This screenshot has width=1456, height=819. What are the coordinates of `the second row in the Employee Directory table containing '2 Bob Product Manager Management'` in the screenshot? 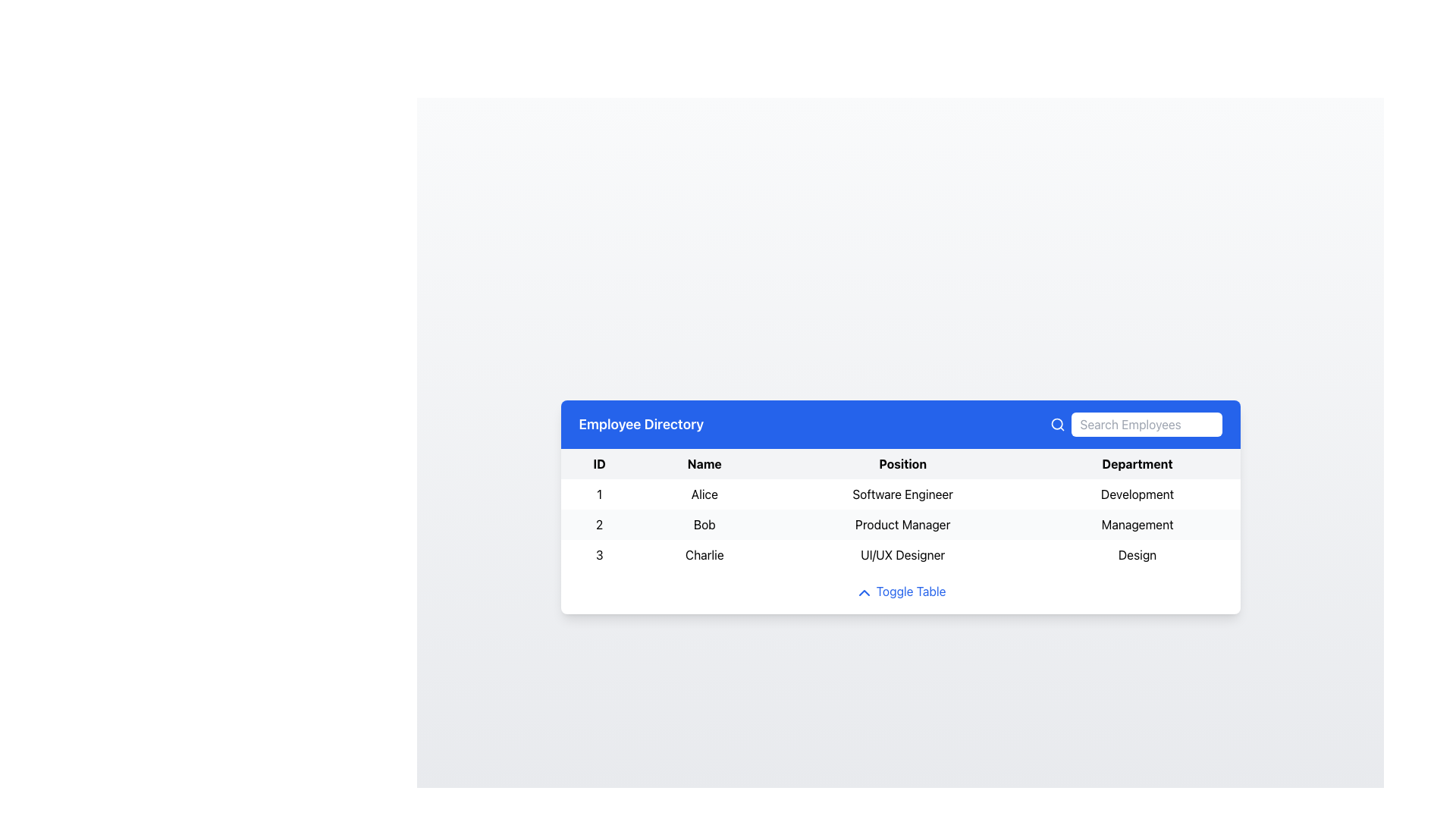 It's located at (900, 524).